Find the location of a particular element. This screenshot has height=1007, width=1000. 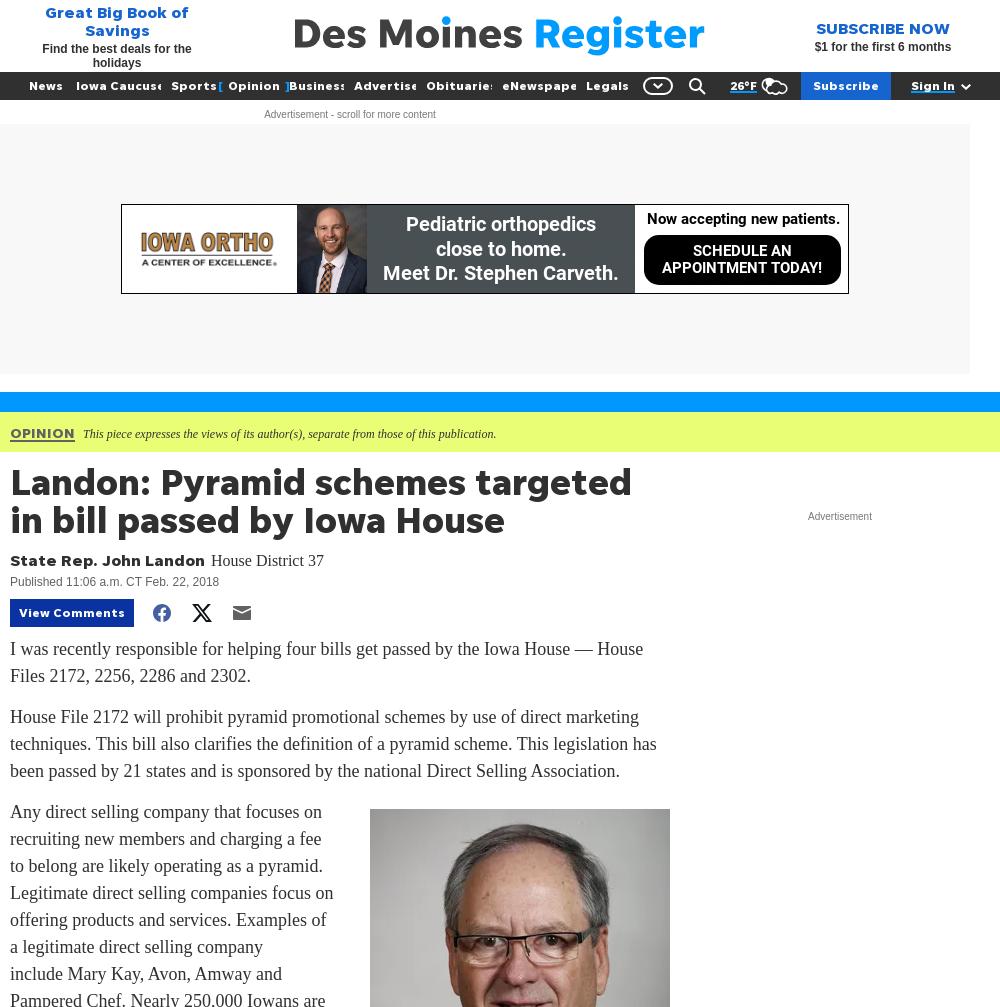

'eNewspaper' is located at coordinates (542, 85).